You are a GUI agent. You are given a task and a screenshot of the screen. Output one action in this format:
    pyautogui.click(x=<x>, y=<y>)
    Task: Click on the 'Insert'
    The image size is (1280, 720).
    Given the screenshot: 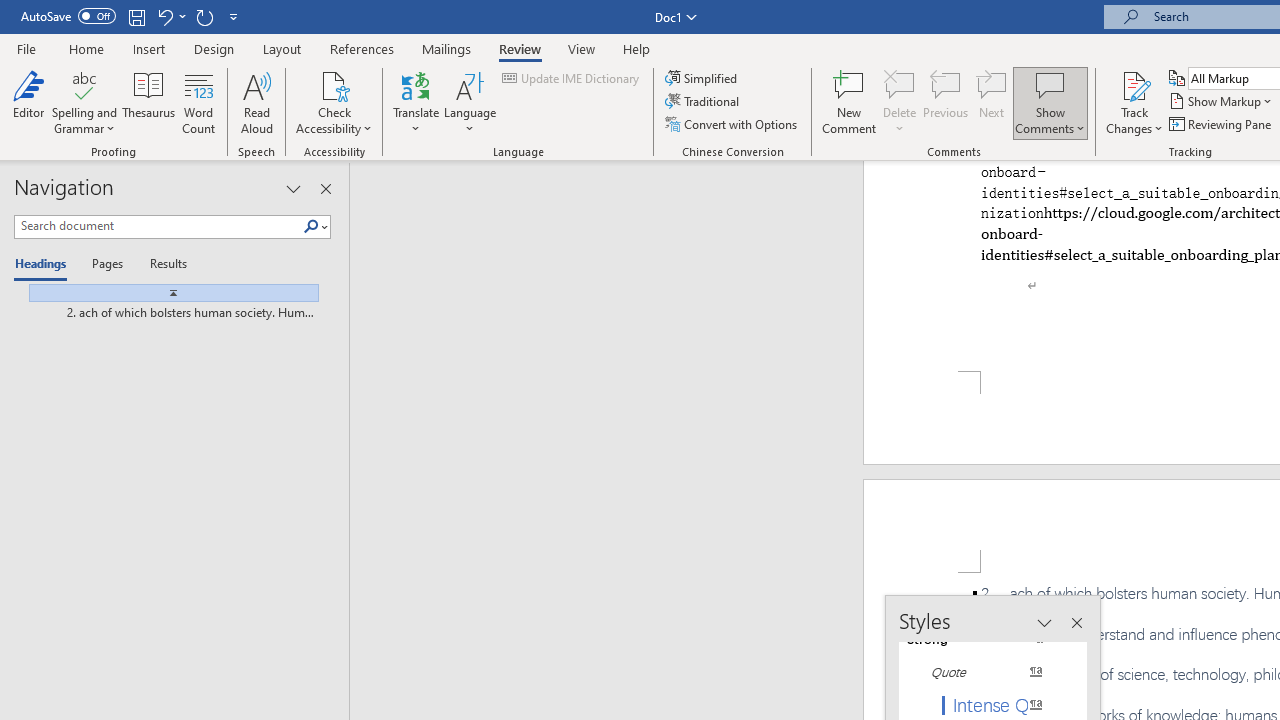 What is the action you would take?
    pyautogui.click(x=148, y=48)
    